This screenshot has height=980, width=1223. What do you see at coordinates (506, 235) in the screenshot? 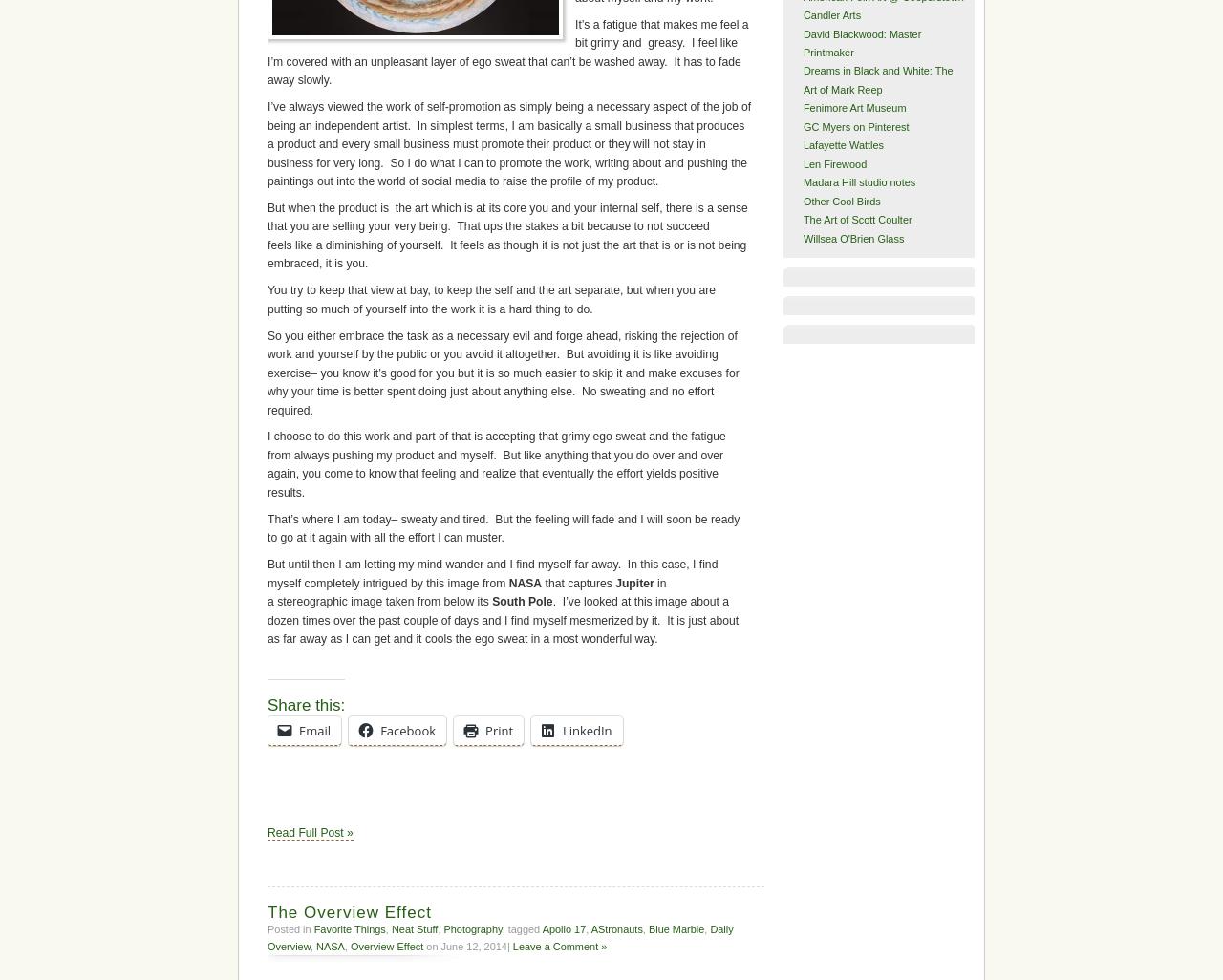
I see `'But when the product is  the art which is at its core you and your internal self, there is a sense that you are selling your very being.  That ups the stakes a bit because to not succeed feels like a diminishing of yourself.  It feels as though it is not just the art that is or is not being embraced, it is you.'` at bounding box center [506, 235].